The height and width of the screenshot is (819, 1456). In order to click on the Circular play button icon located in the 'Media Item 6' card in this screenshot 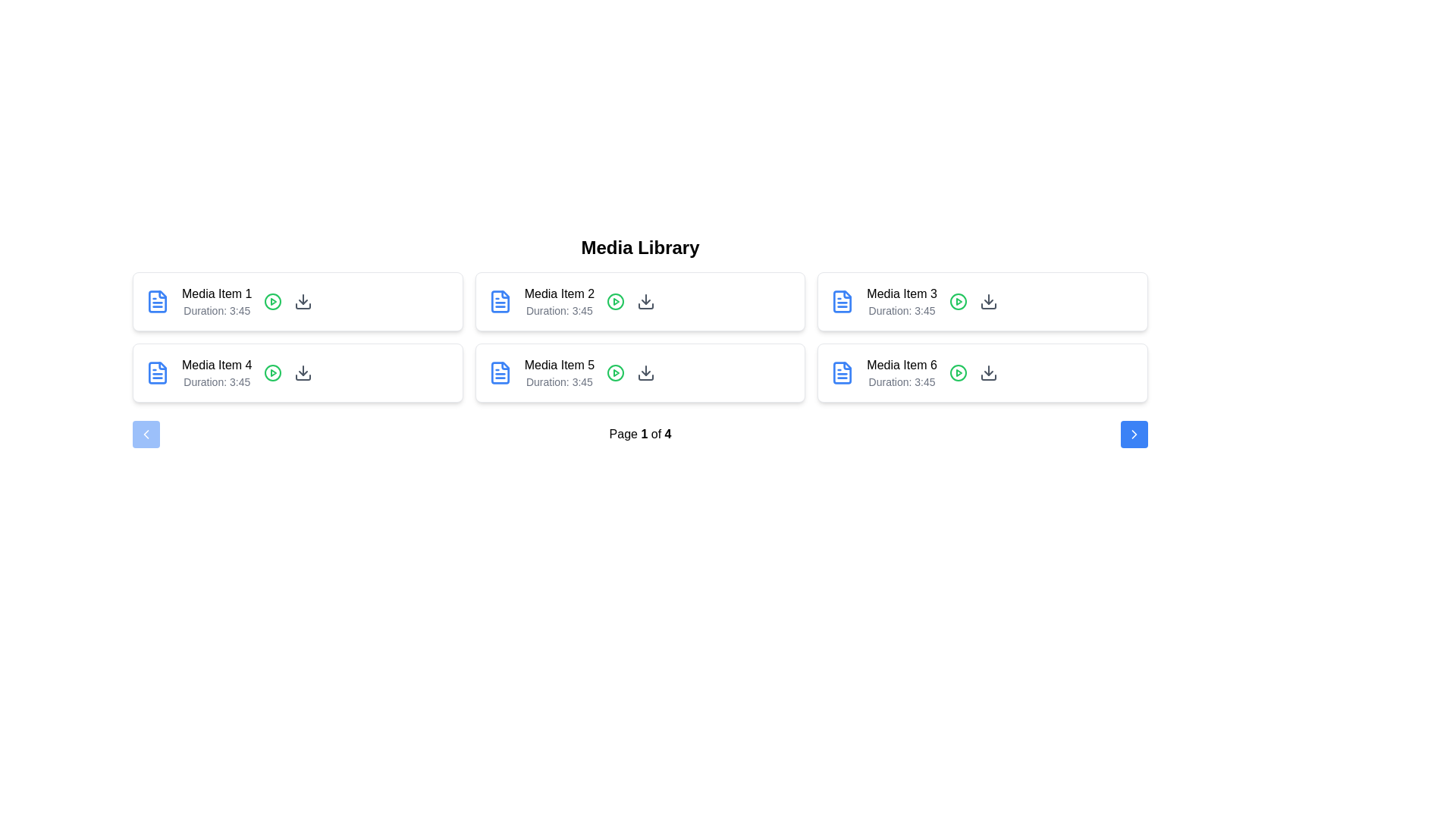, I will do `click(957, 373)`.